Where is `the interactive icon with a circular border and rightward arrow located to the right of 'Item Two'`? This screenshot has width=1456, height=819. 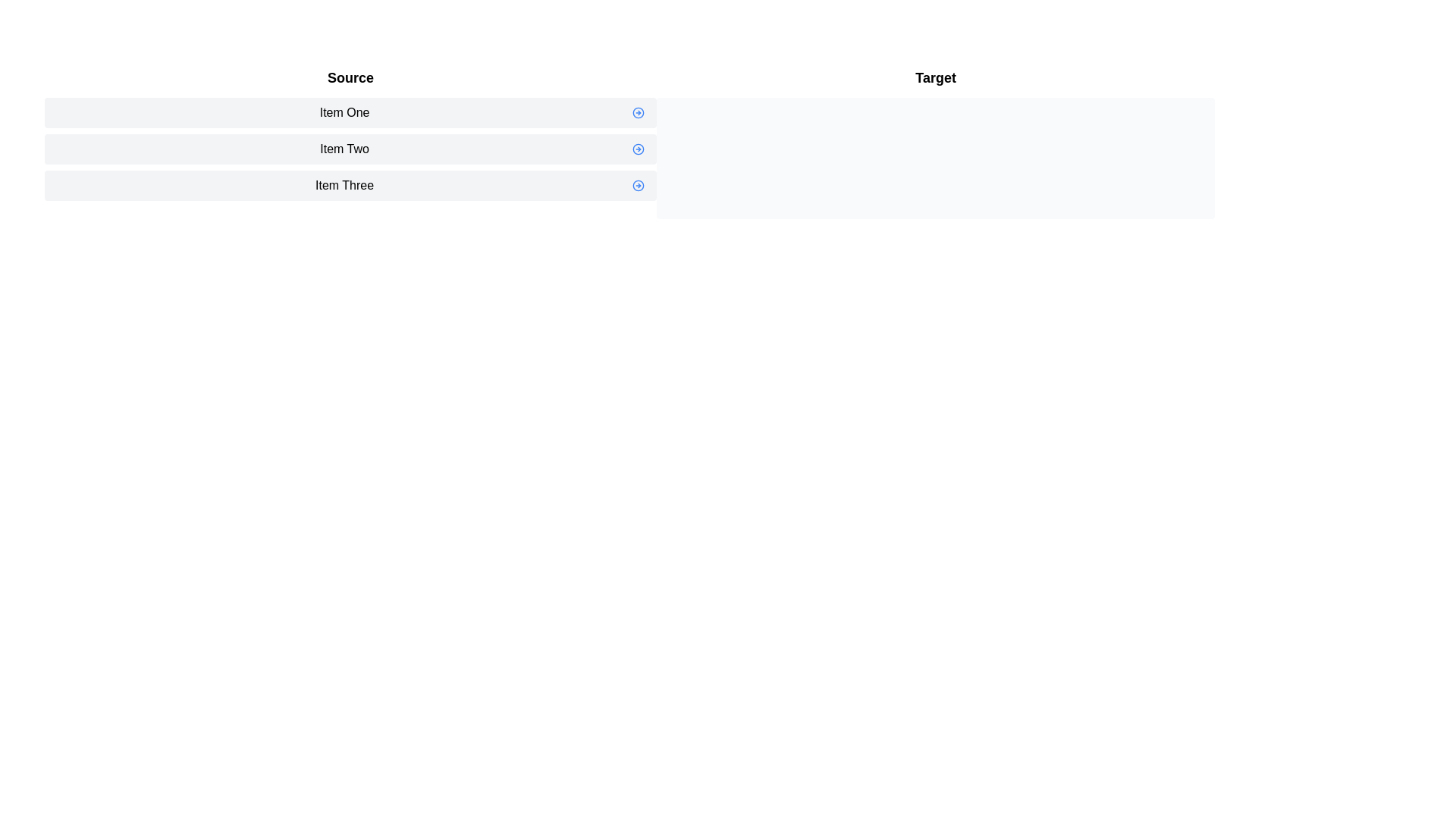
the interactive icon with a circular border and rightward arrow located to the right of 'Item Two' is located at coordinates (639, 149).